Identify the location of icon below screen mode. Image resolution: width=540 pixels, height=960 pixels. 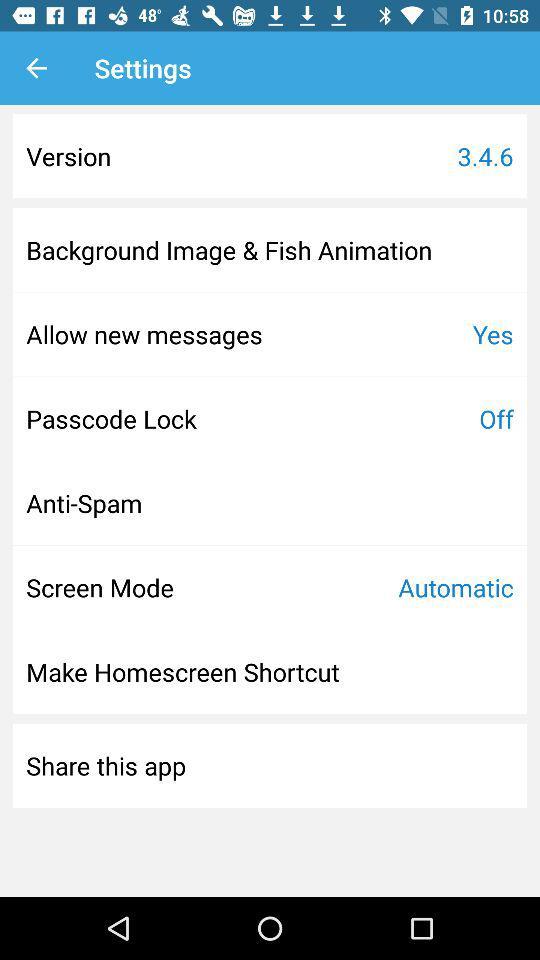
(183, 672).